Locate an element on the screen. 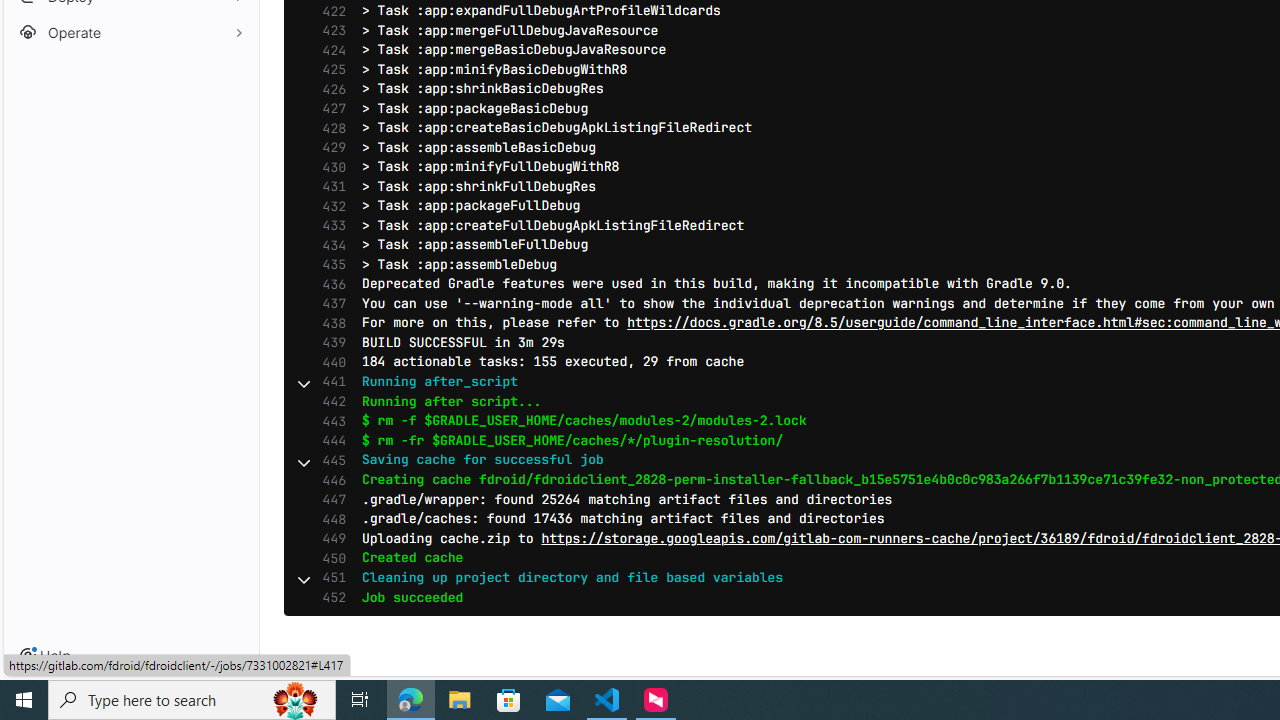 This screenshot has width=1280, height=720. '425' is located at coordinates (329, 68).